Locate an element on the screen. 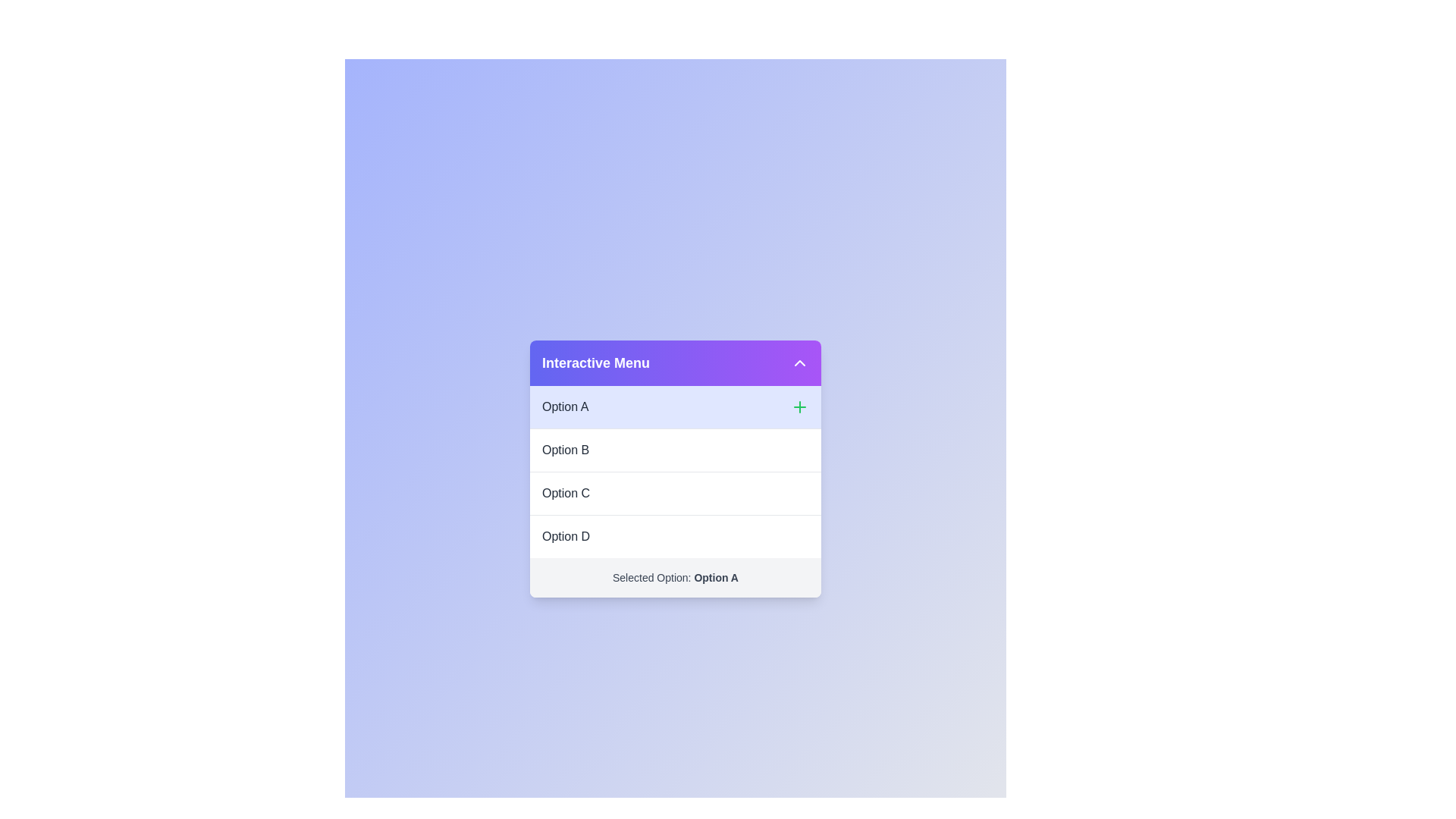 This screenshot has height=819, width=1456. the option Option C from the menu is located at coordinates (675, 493).